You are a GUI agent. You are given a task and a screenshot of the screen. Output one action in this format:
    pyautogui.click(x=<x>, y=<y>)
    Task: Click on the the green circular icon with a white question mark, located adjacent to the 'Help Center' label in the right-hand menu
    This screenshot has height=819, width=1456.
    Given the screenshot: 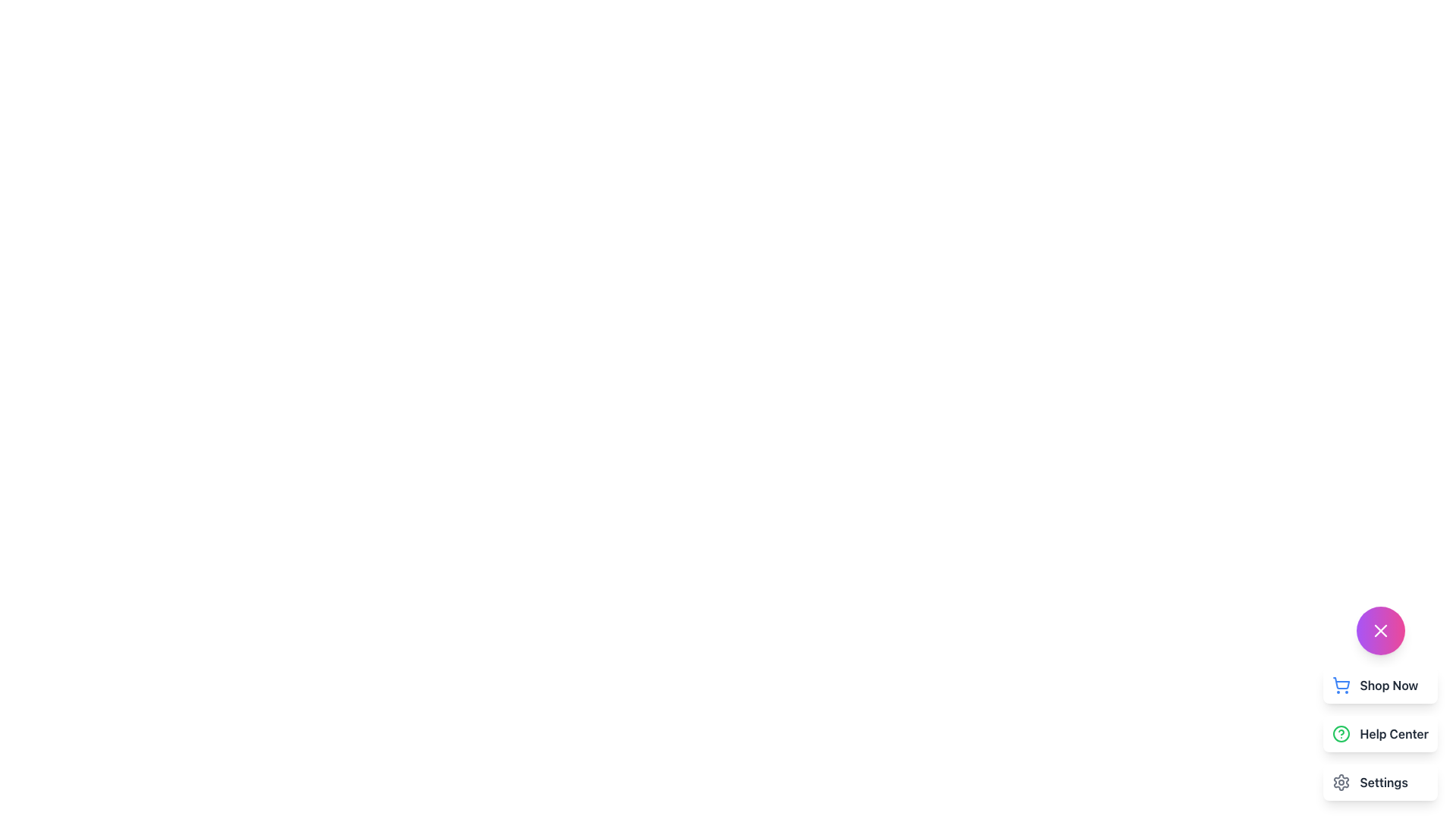 What is the action you would take?
    pyautogui.click(x=1341, y=733)
    